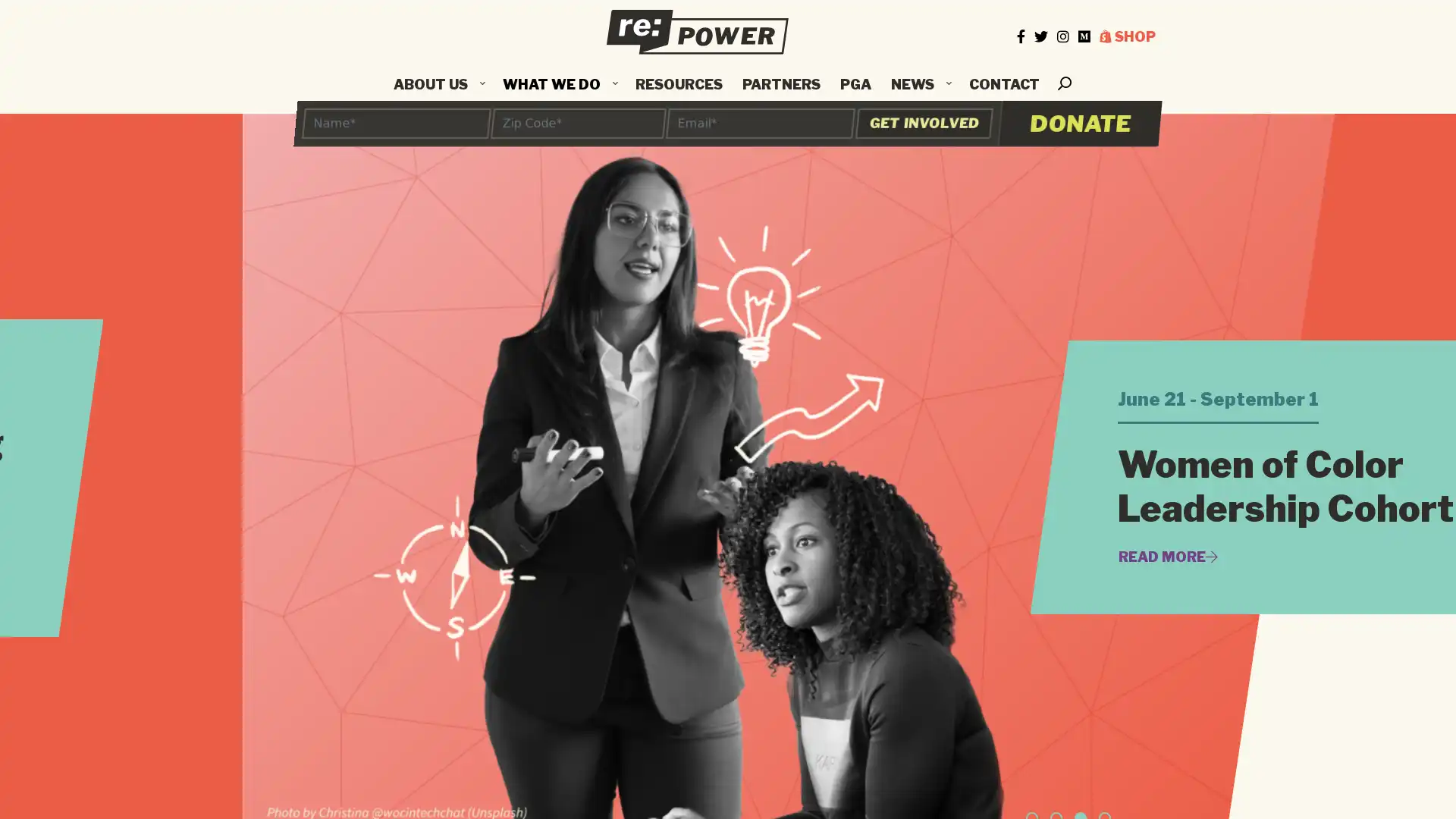  Describe the element at coordinates (923, 122) in the screenshot. I see `Get Involved` at that location.